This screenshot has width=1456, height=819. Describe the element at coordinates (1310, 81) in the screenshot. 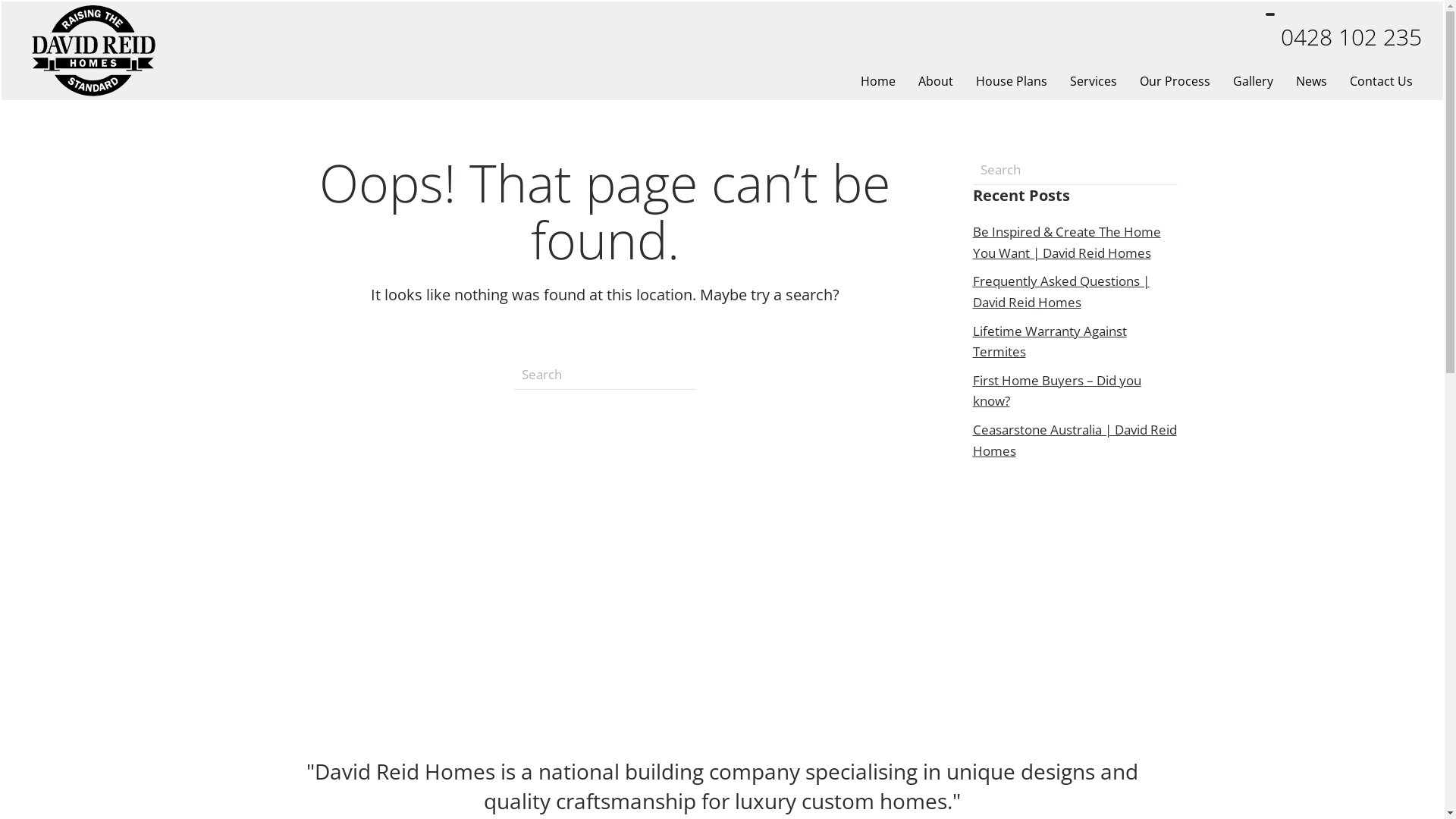

I see `'News'` at that location.